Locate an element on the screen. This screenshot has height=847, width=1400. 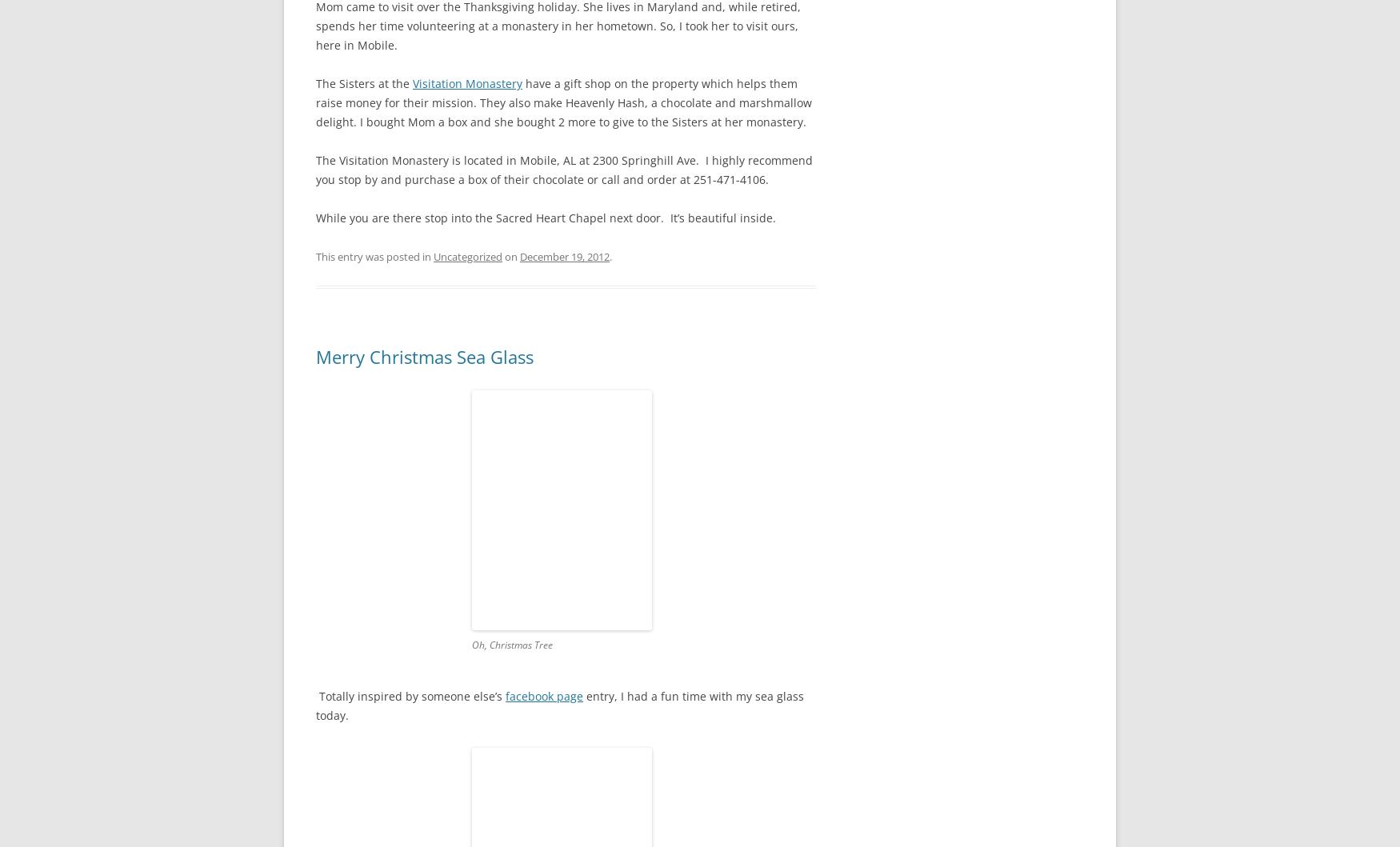
'on' is located at coordinates (510, 255).